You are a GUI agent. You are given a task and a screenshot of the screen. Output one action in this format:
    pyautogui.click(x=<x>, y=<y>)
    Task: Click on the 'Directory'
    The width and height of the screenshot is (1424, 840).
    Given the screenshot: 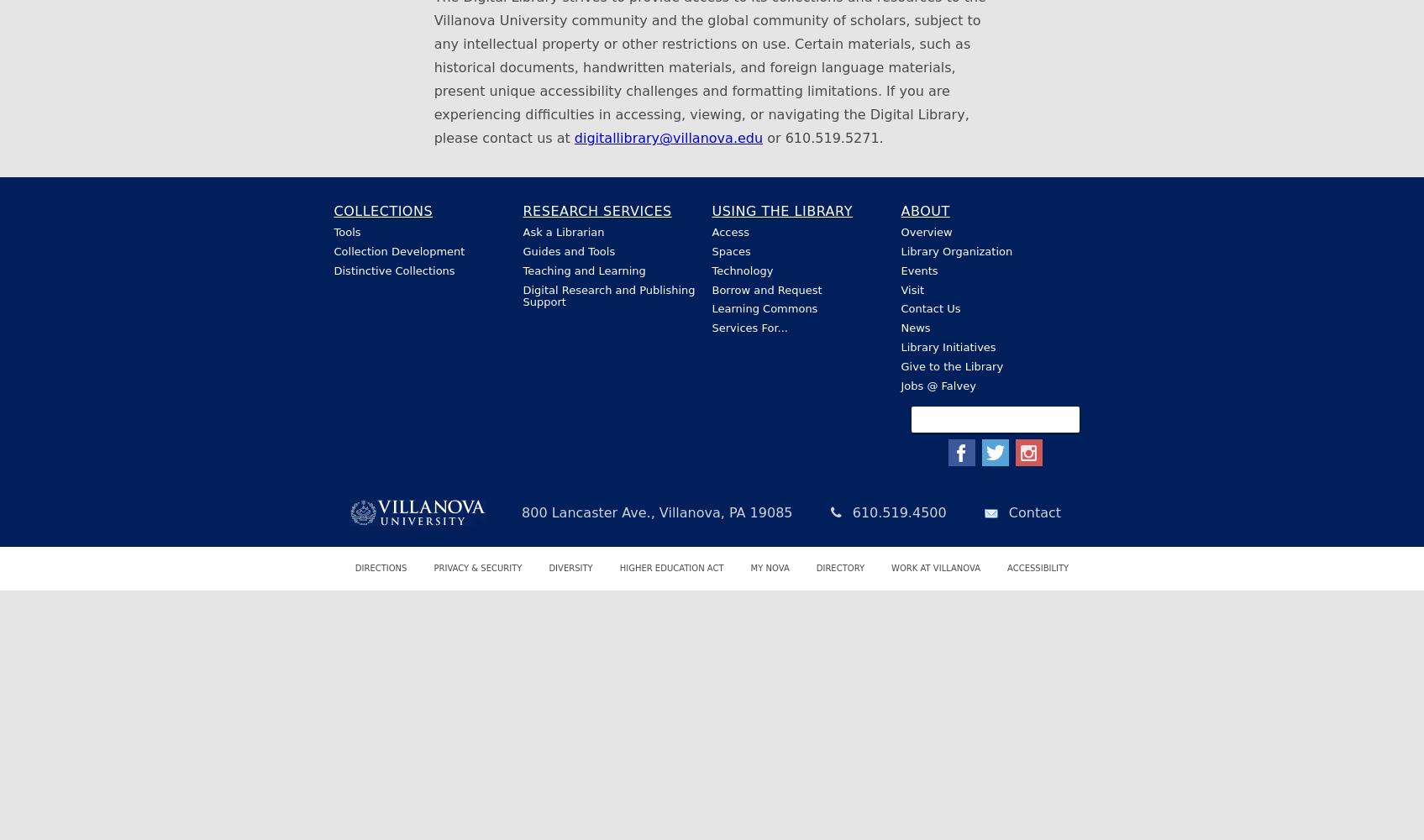 What is the action you would take?
    pyautogui.click(x=816, y=568)
    